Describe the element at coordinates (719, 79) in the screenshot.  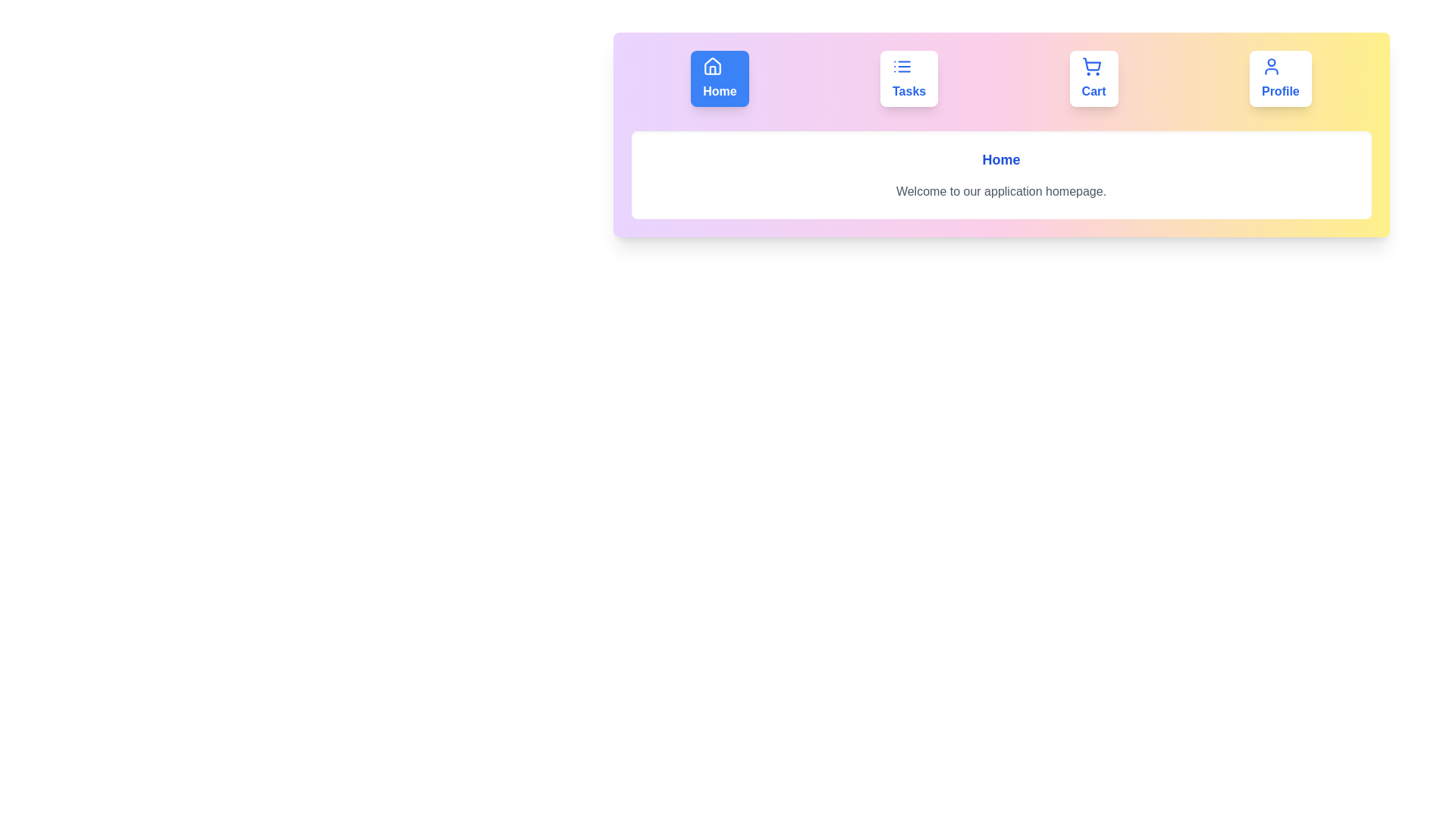
I see `the button labeled Home to observe its animation` at that location.